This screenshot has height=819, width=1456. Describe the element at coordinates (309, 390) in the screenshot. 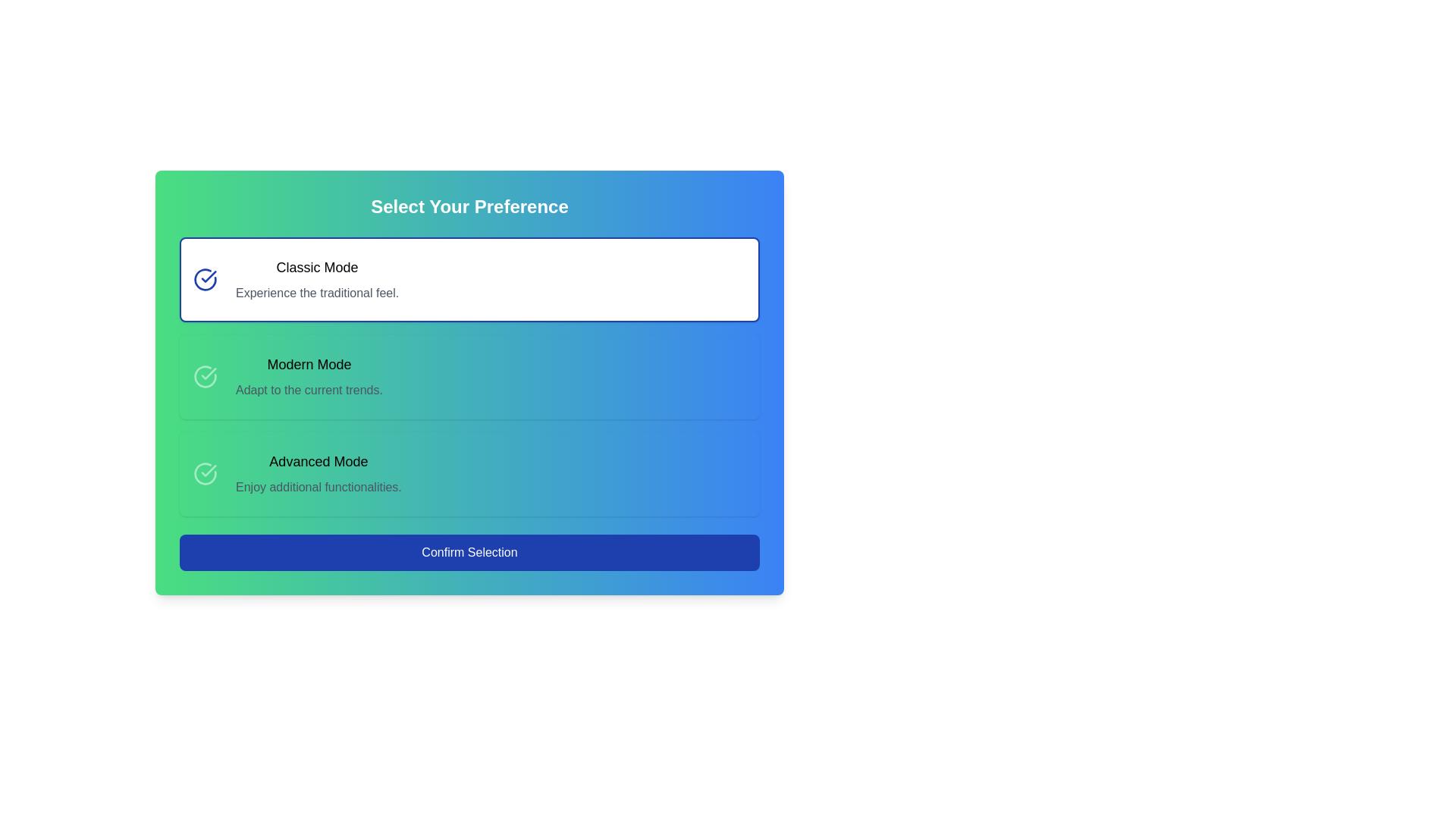

I see `the text label element displaying 'Adapt to the current trends.' which is located below the heading 'Modern Mode'` at that location.